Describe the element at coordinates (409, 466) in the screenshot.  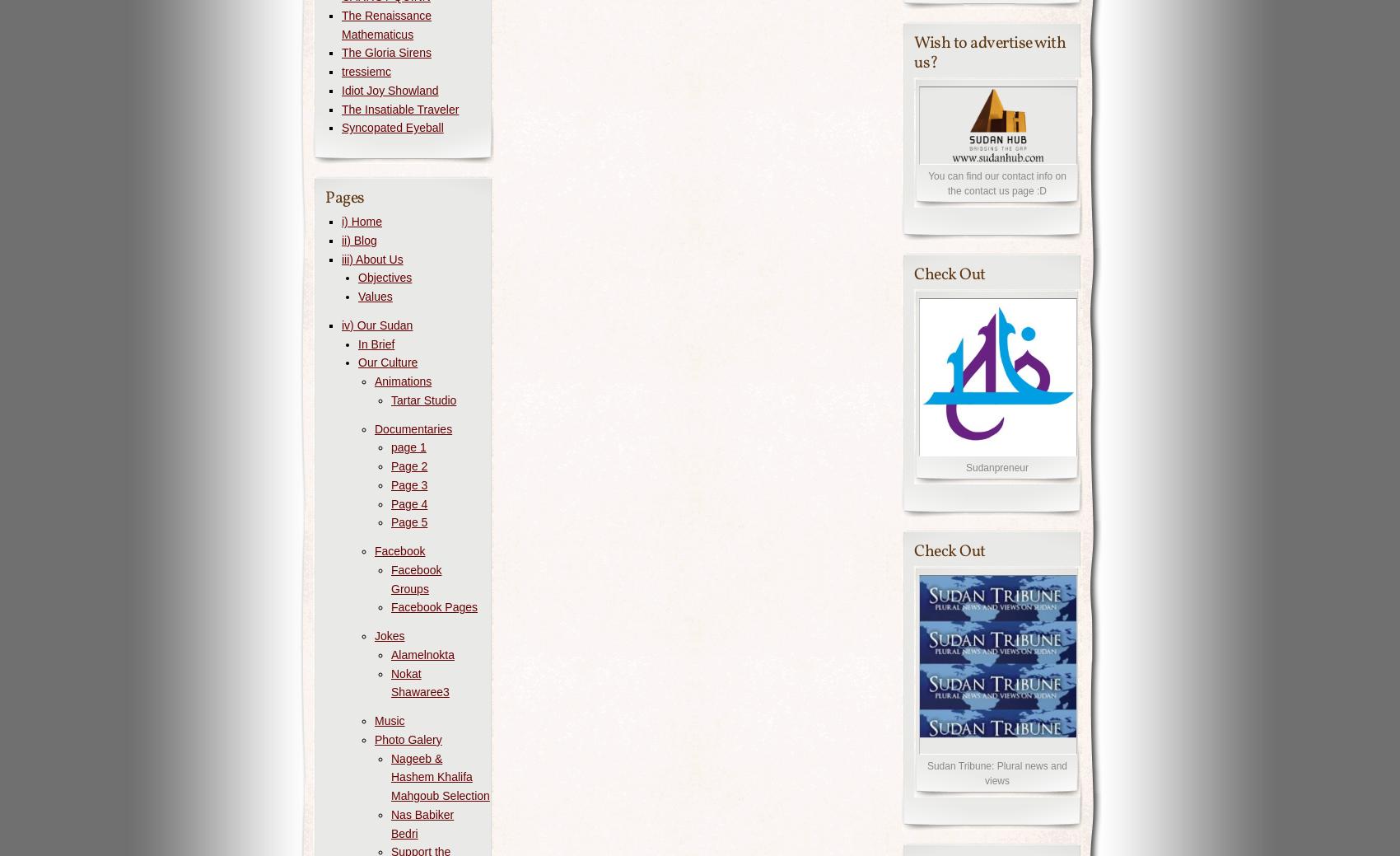
I see `'Page 2'` at that location.